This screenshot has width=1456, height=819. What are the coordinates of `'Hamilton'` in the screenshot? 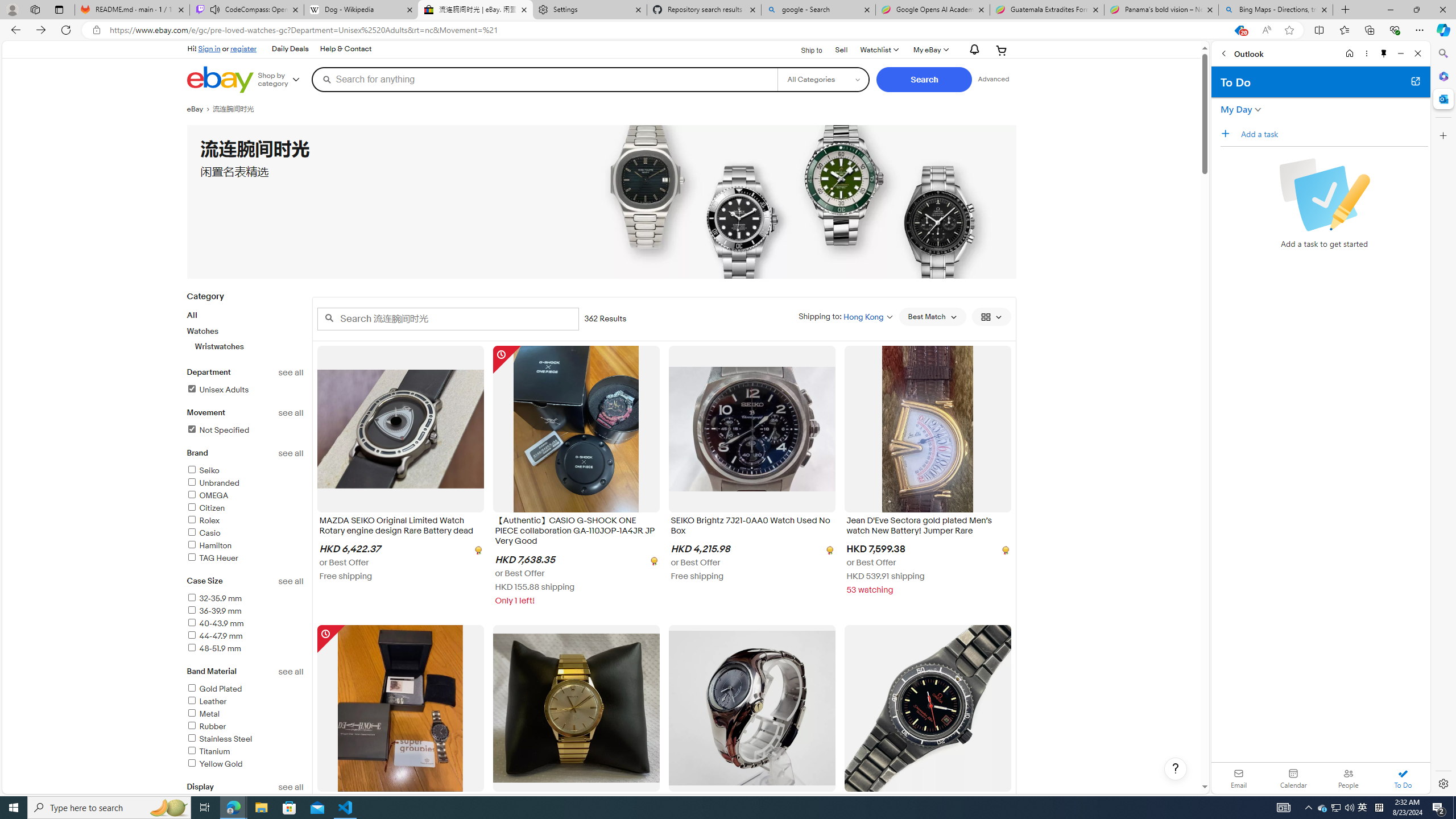 It's located at (208, 545).